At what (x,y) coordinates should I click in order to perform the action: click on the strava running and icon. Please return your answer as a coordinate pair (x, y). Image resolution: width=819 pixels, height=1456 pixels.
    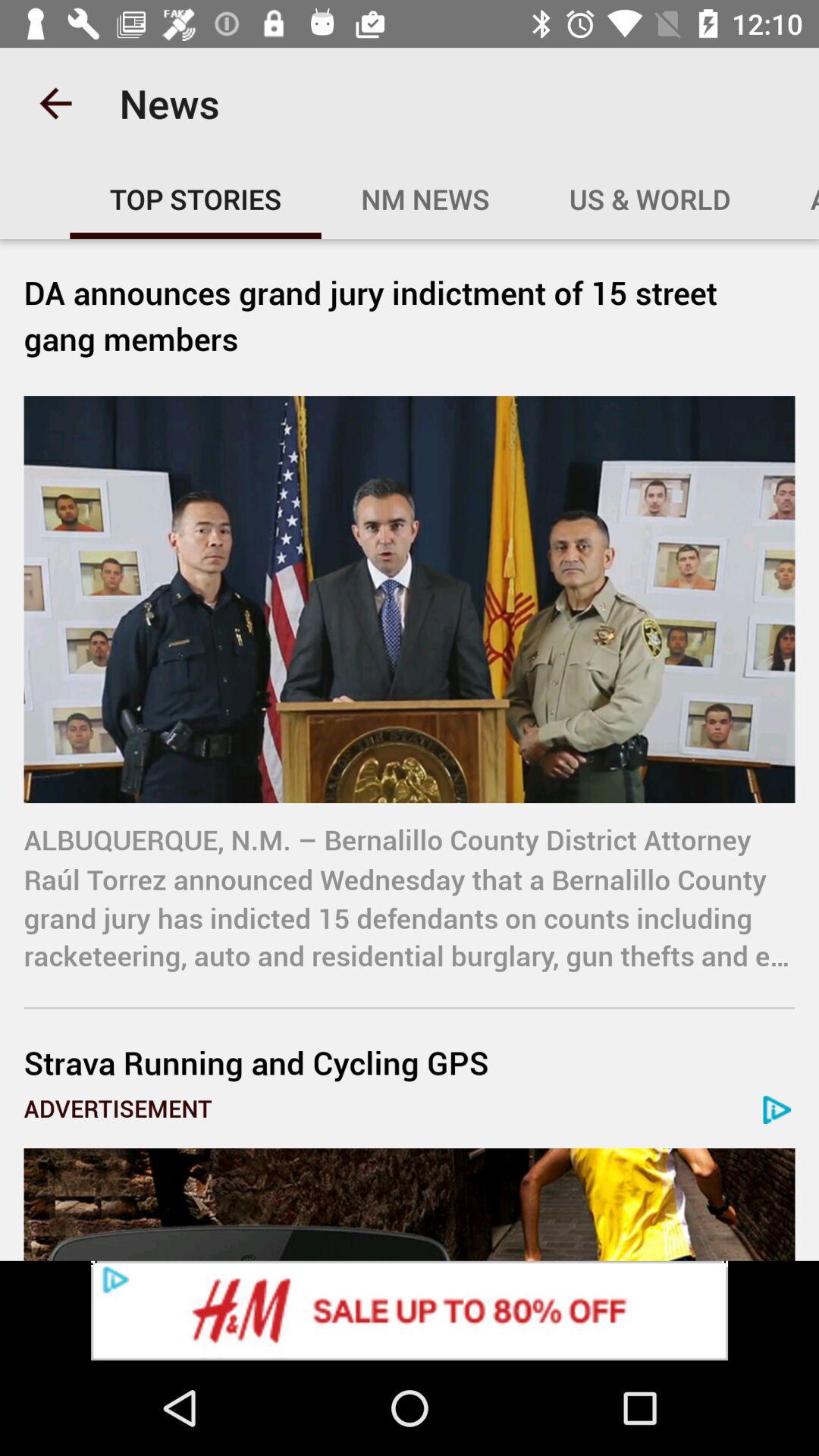
    Looking at the image, I should click on (409, 1062).